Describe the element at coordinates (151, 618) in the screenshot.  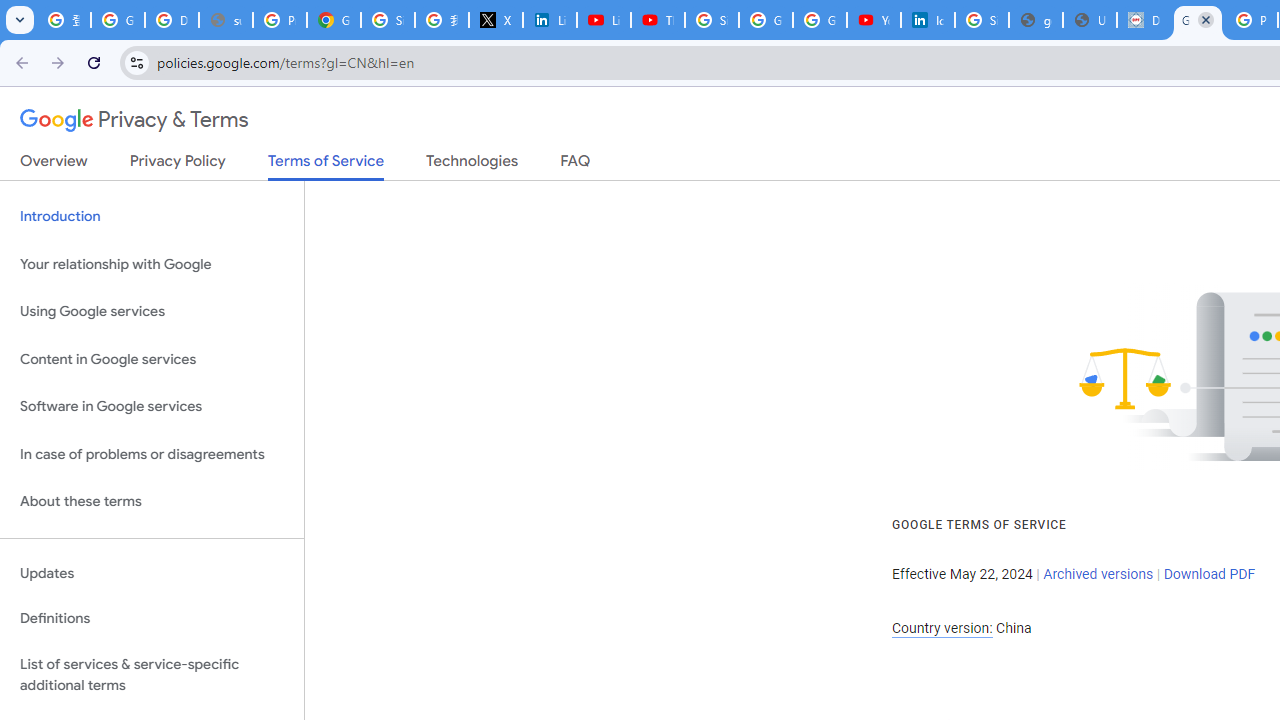
I see `'Definitions'` at that location.